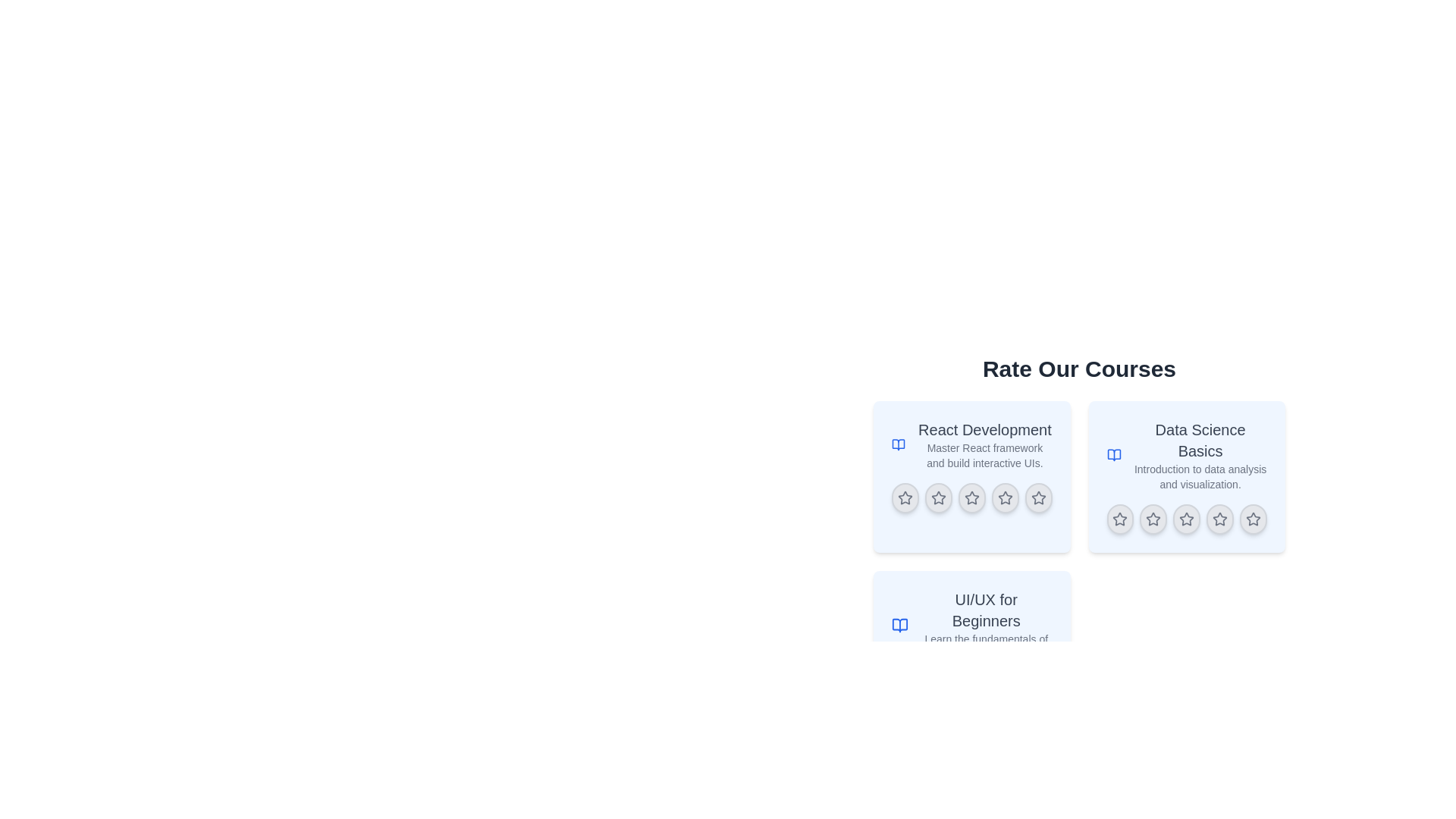 This screenshot has height=819, width=1456. I want to click on the third star icon in the rating stars below the 'React Development' course card, so click(971, 497).